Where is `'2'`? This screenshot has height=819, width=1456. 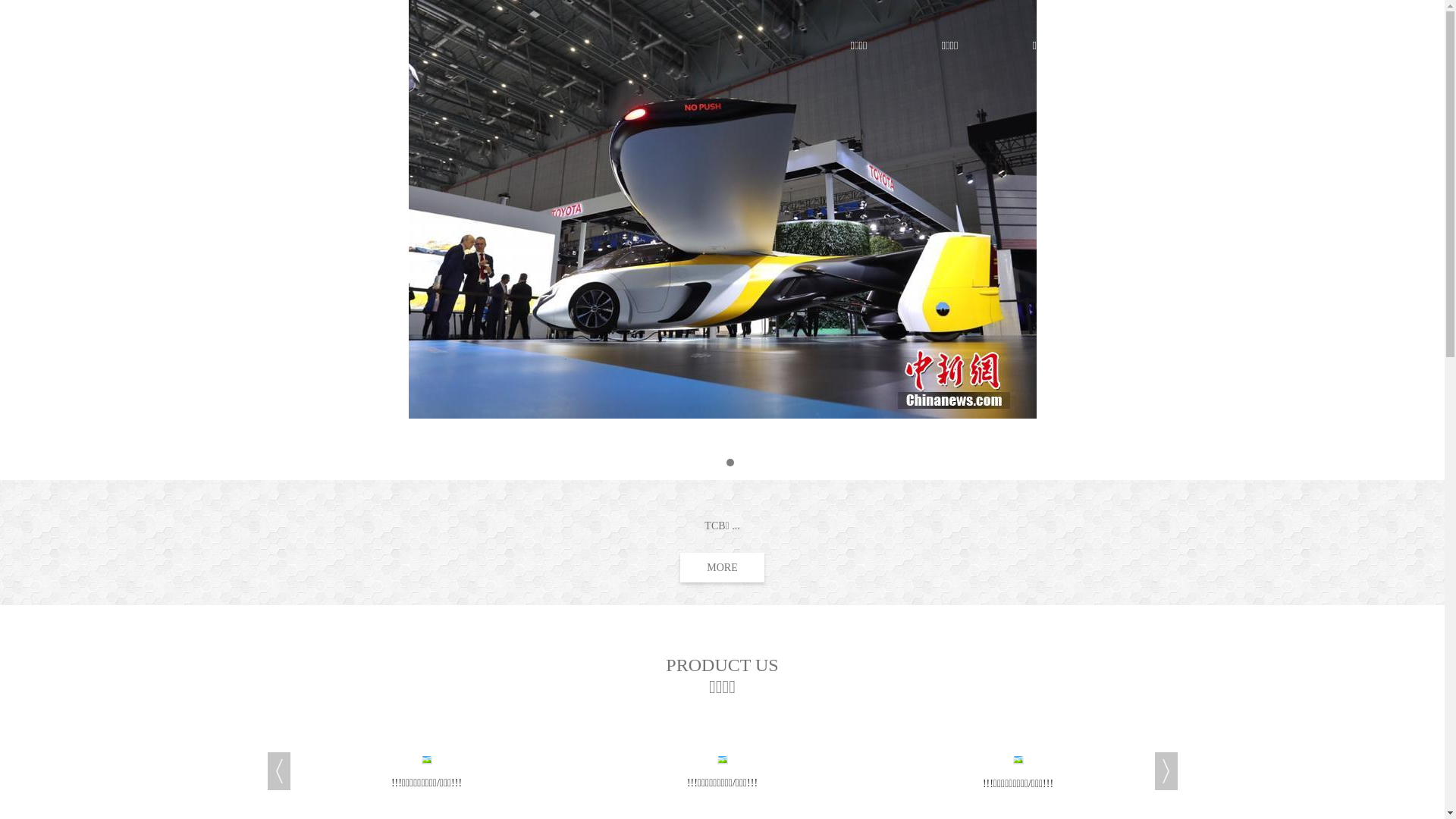 '2' is located at coordinates (730, 461).